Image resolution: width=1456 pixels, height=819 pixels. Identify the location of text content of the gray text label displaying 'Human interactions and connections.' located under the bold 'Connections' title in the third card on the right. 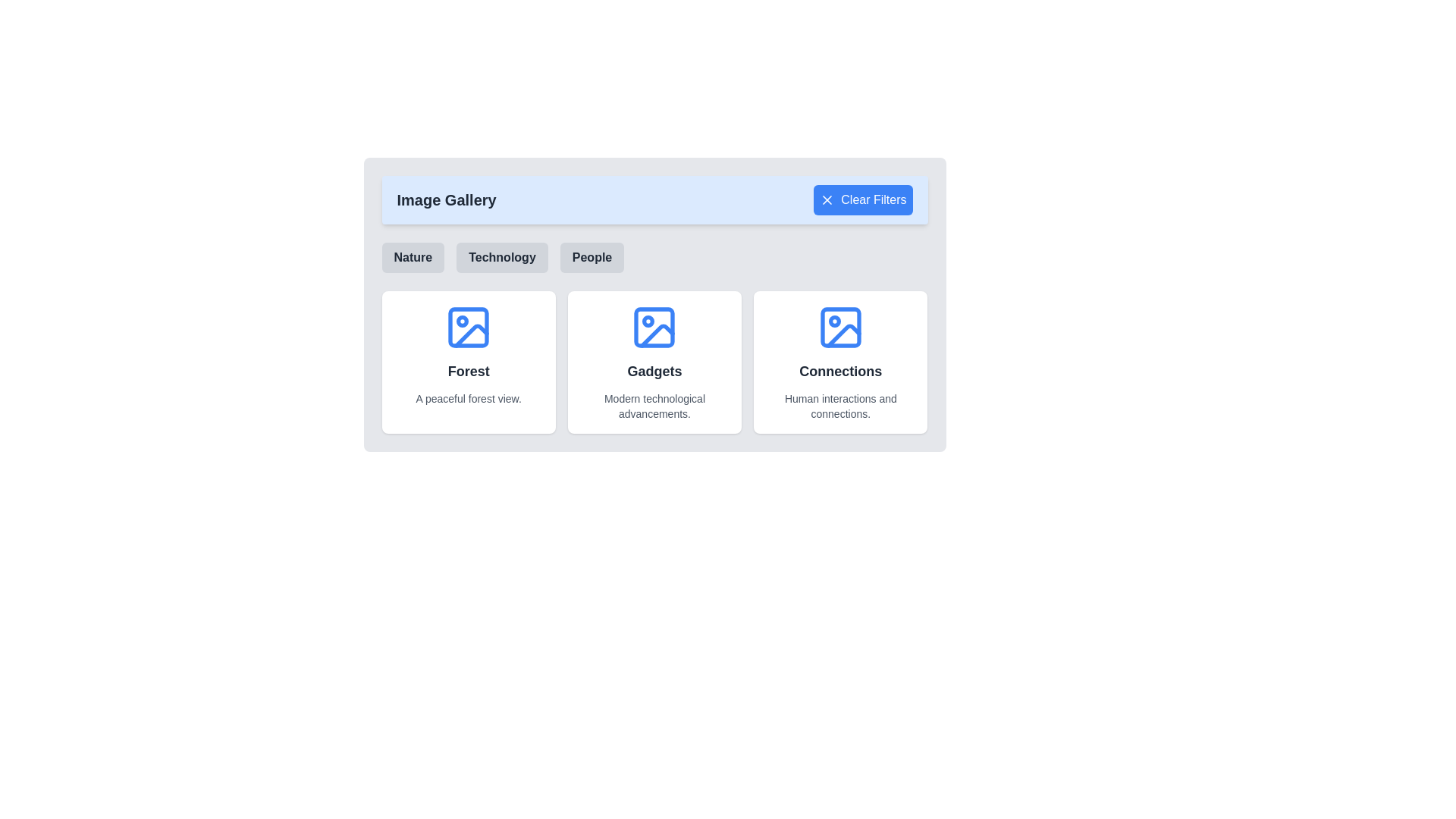
(839, 406).